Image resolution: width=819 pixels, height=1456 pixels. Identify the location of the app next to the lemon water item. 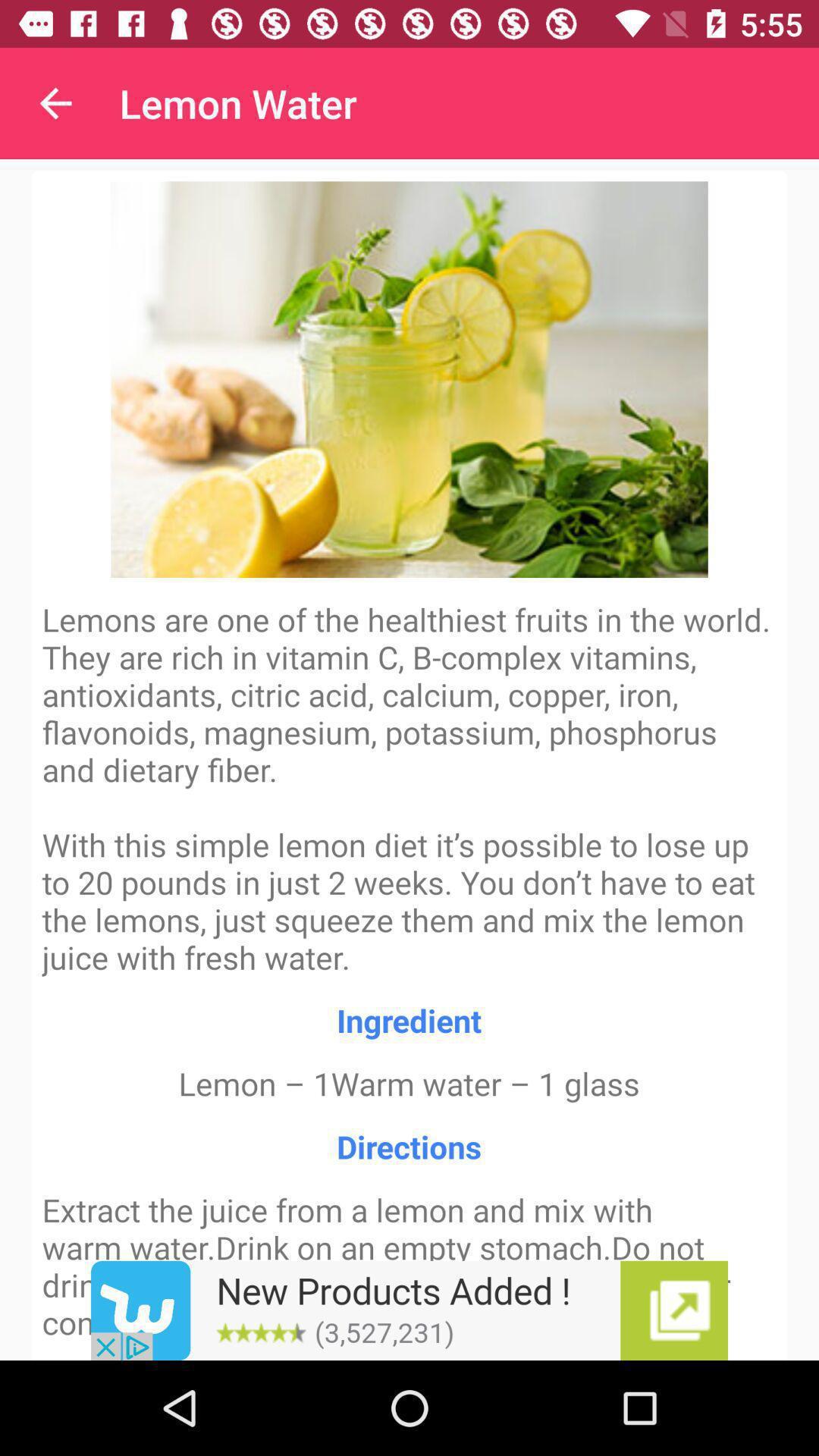
(55, 102).